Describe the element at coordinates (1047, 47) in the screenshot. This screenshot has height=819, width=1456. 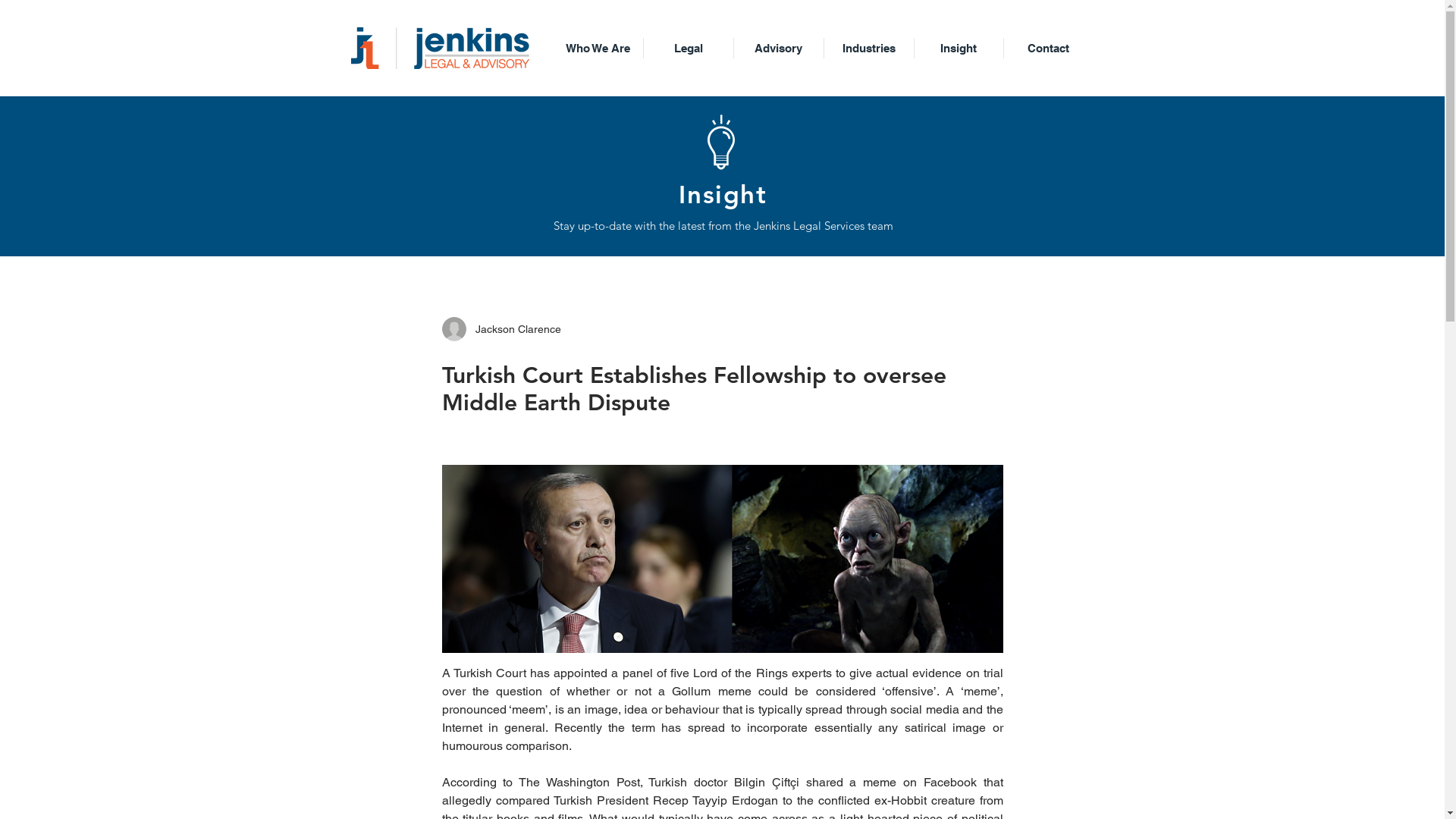
I see `'Contact'` at that location.